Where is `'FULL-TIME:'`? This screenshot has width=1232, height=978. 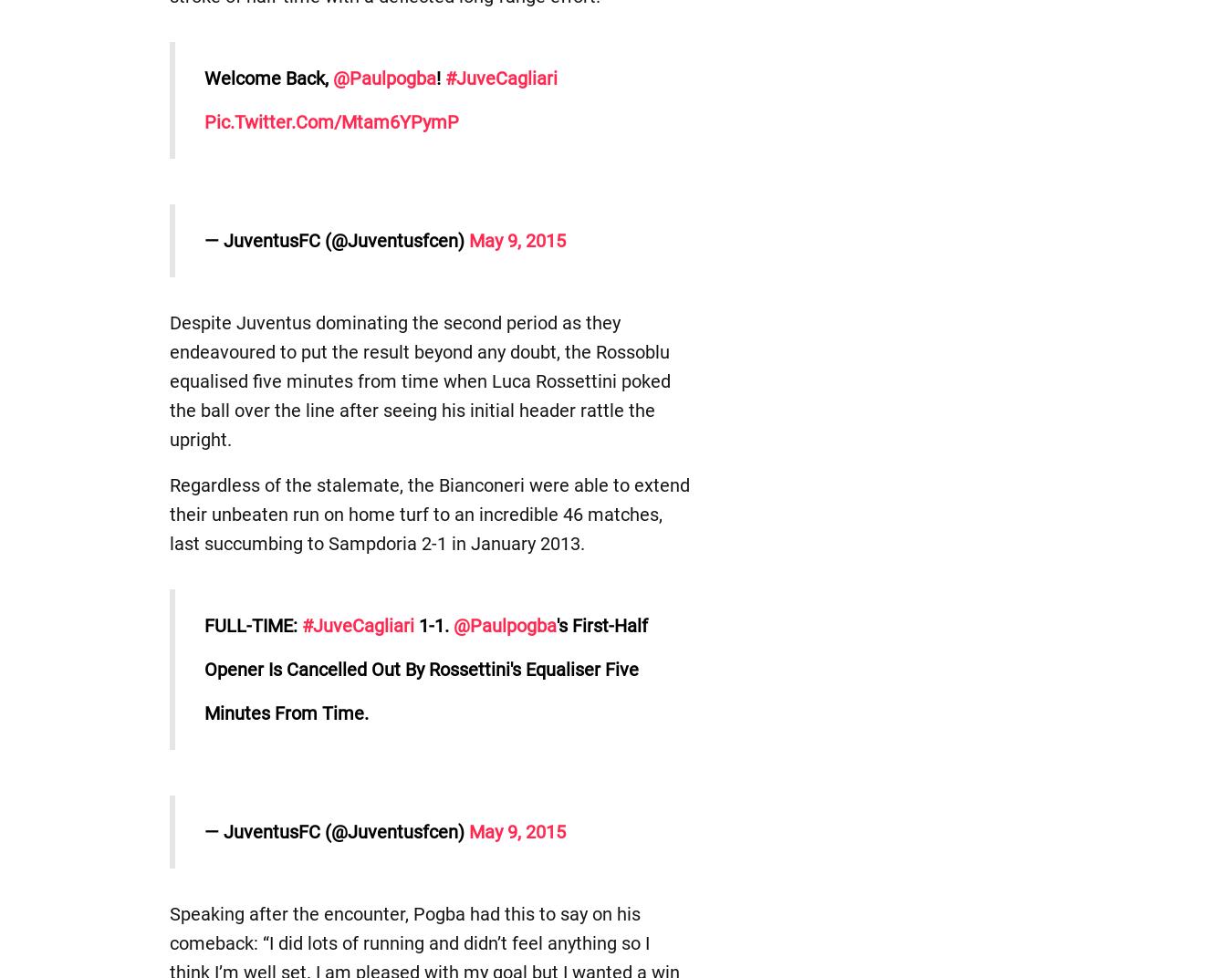
'FULL-TIME:' is located at coordinates (251, 624).